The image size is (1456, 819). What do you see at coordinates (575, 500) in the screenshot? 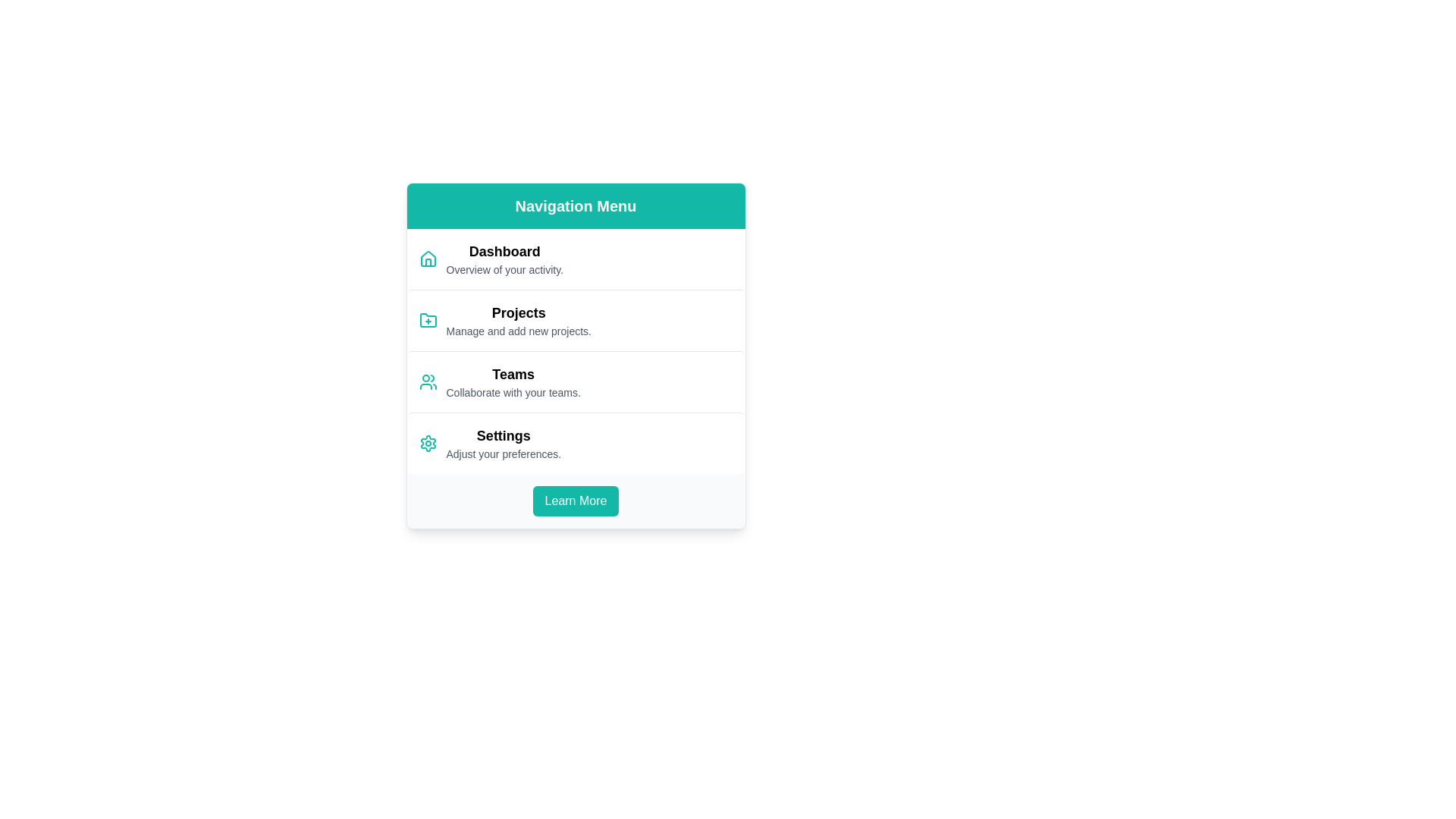
I see `the 'Learn More' button, which is a teal rectangular button with rounded corners and white text, located at the bottom of the navigation menu card` at bounding box center [575, 500].